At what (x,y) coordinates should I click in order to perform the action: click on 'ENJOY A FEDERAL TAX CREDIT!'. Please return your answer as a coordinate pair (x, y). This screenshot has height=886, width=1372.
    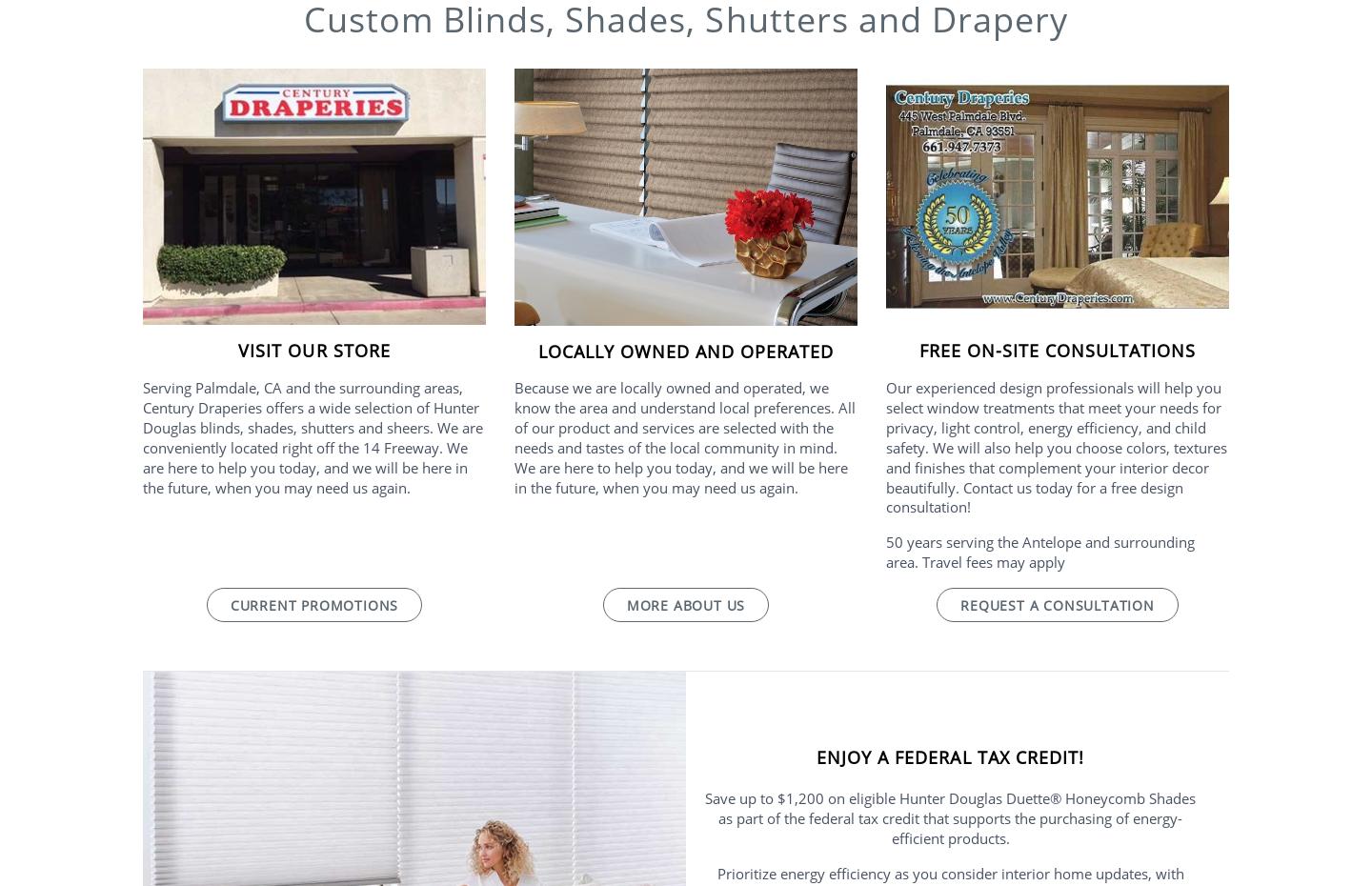
    Looking at the image, I should click on (949, 755).